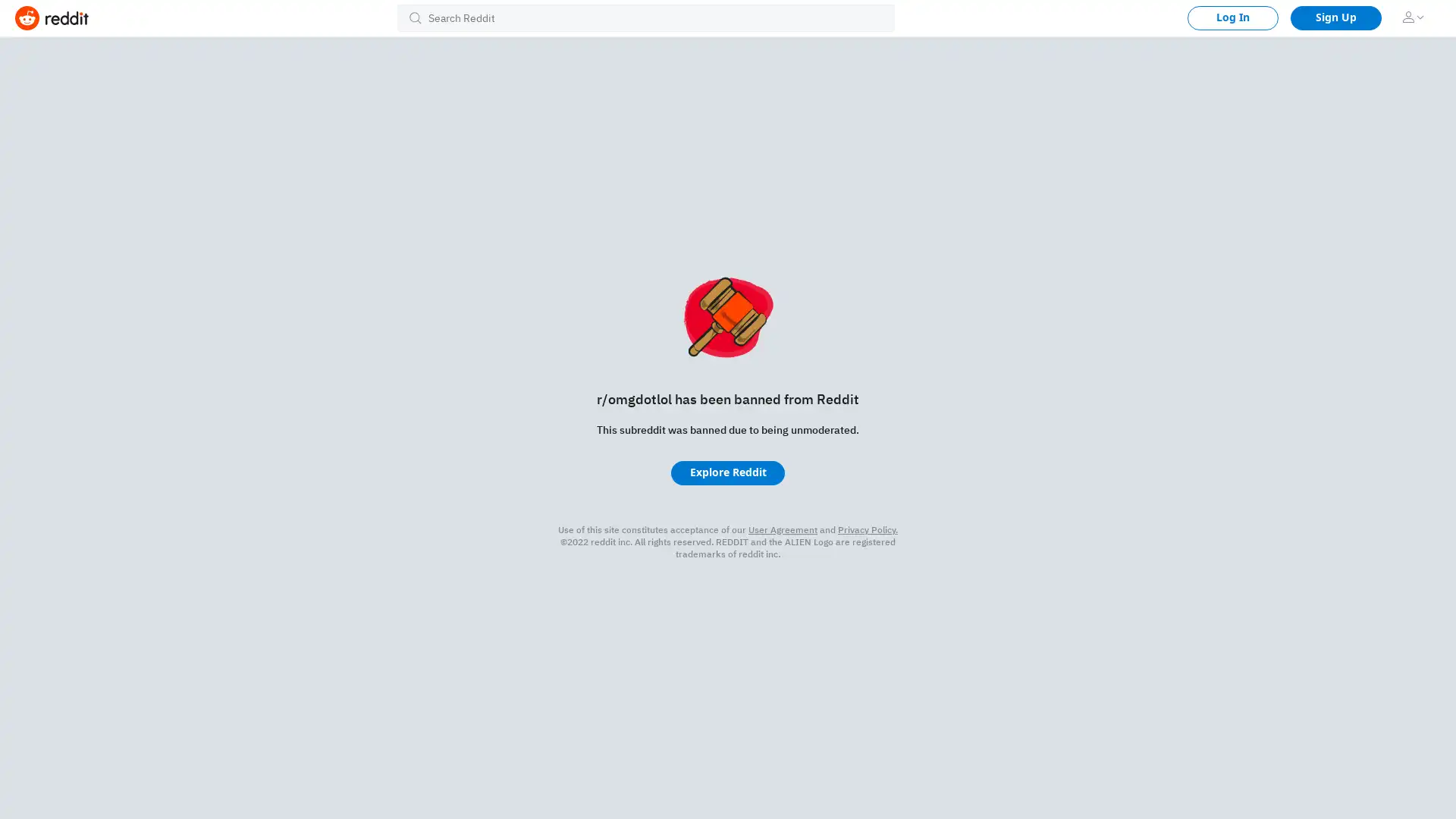  What do you see at coordinates (1335, 17) in the screenshot?
I see `Sign Up` at bounding box center [1335, 17].